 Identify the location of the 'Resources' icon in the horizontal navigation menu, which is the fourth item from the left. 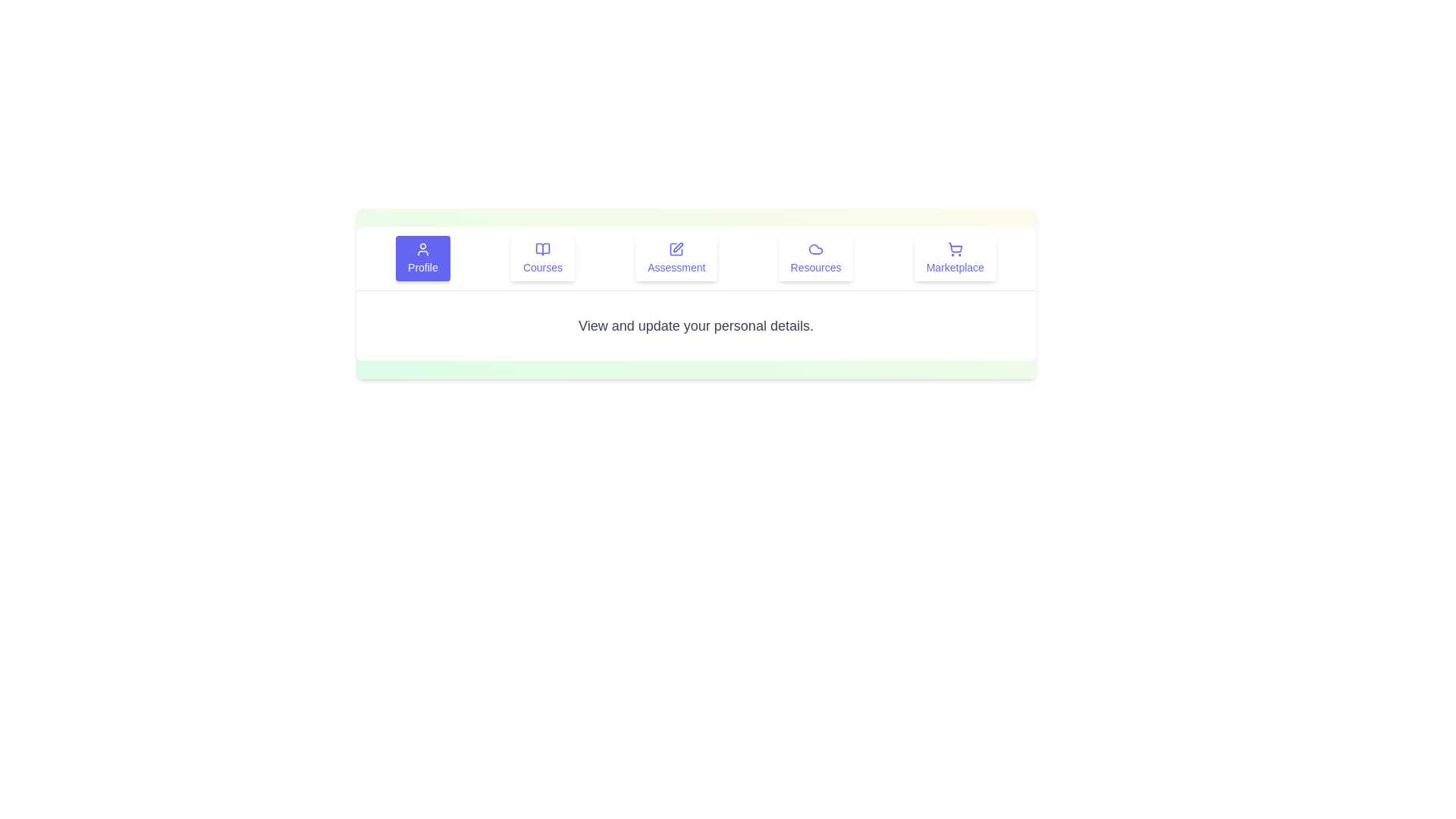
(814, 248).